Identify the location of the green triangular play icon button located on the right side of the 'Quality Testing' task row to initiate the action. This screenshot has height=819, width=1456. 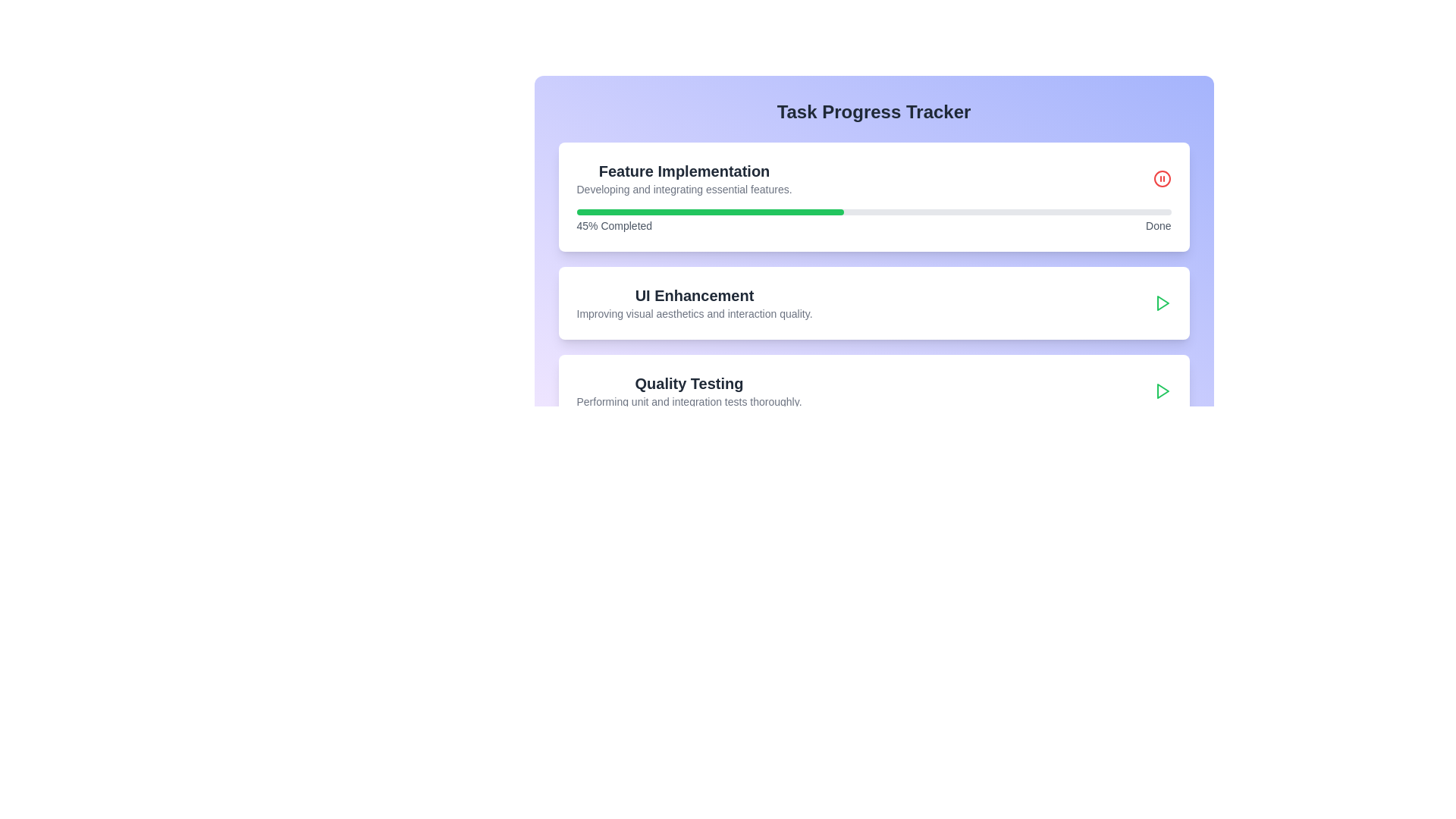
(1162, 303).